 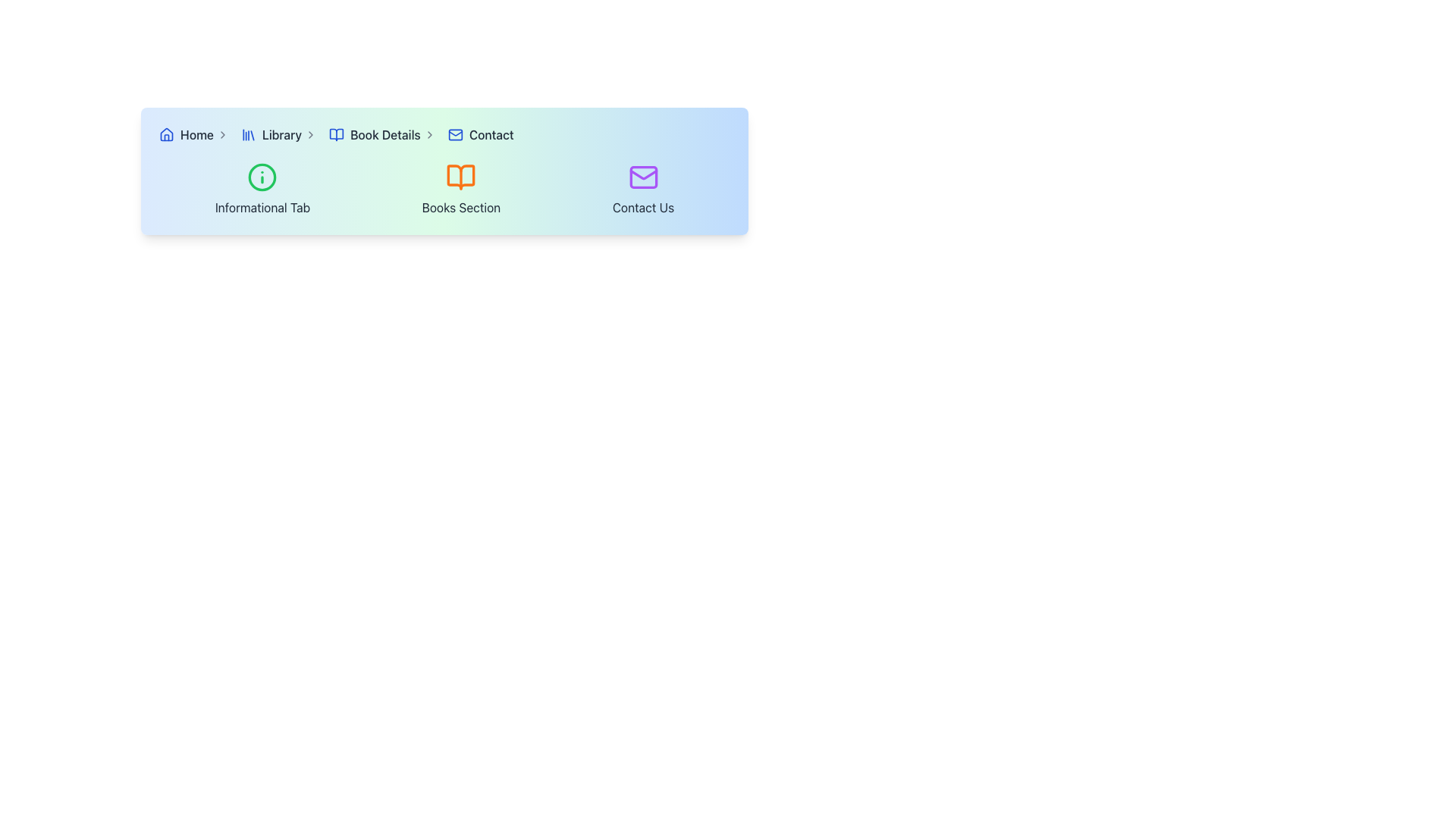 I want to click on the 'Book Details' breadcrumb link with a blue icon, so click(x=384, y=133).